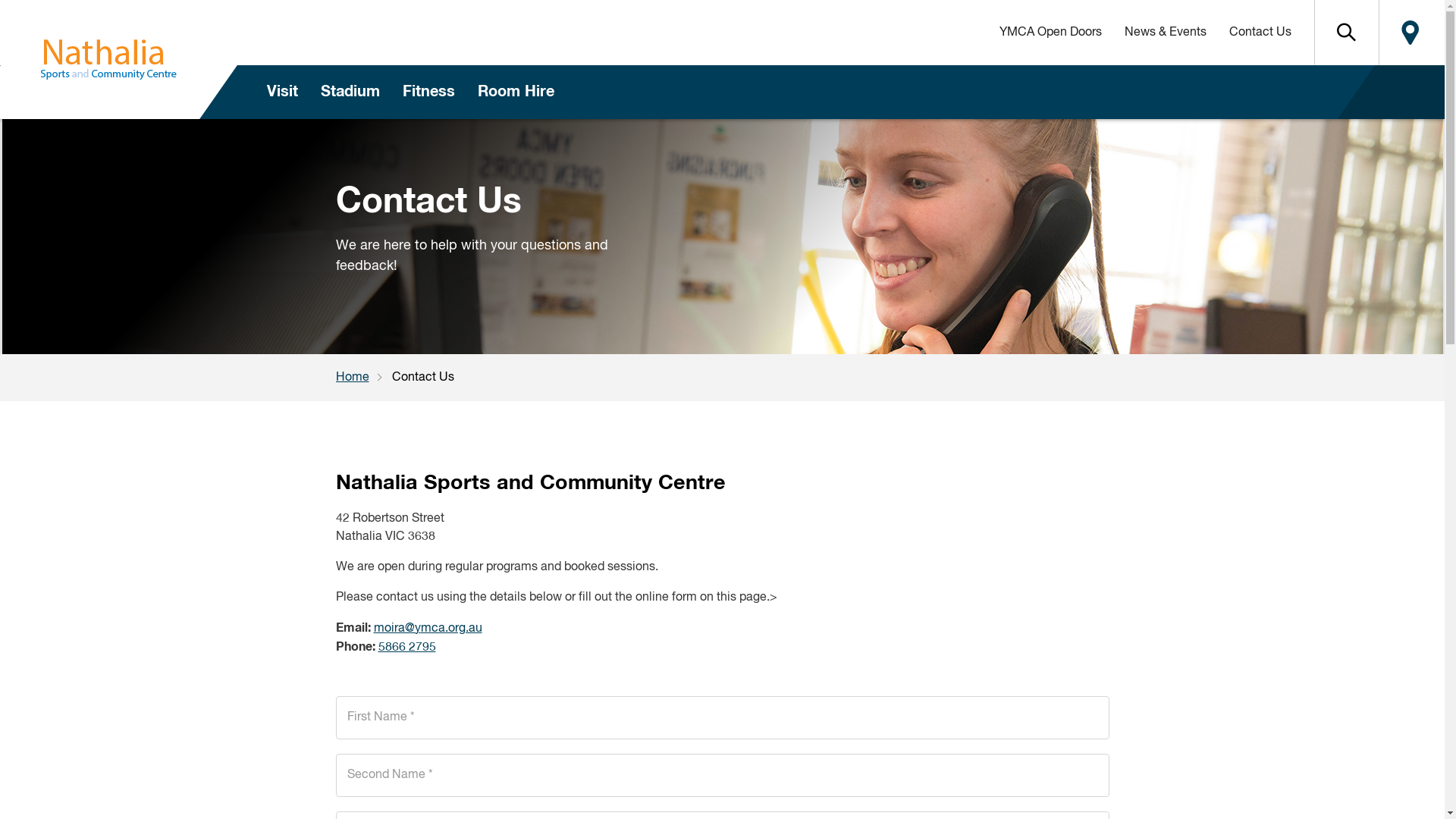 The image size is (1456, 819). Describe the element at coordinates (450, 629) in the screenshot. I see `'mca.org.au'` at that location.